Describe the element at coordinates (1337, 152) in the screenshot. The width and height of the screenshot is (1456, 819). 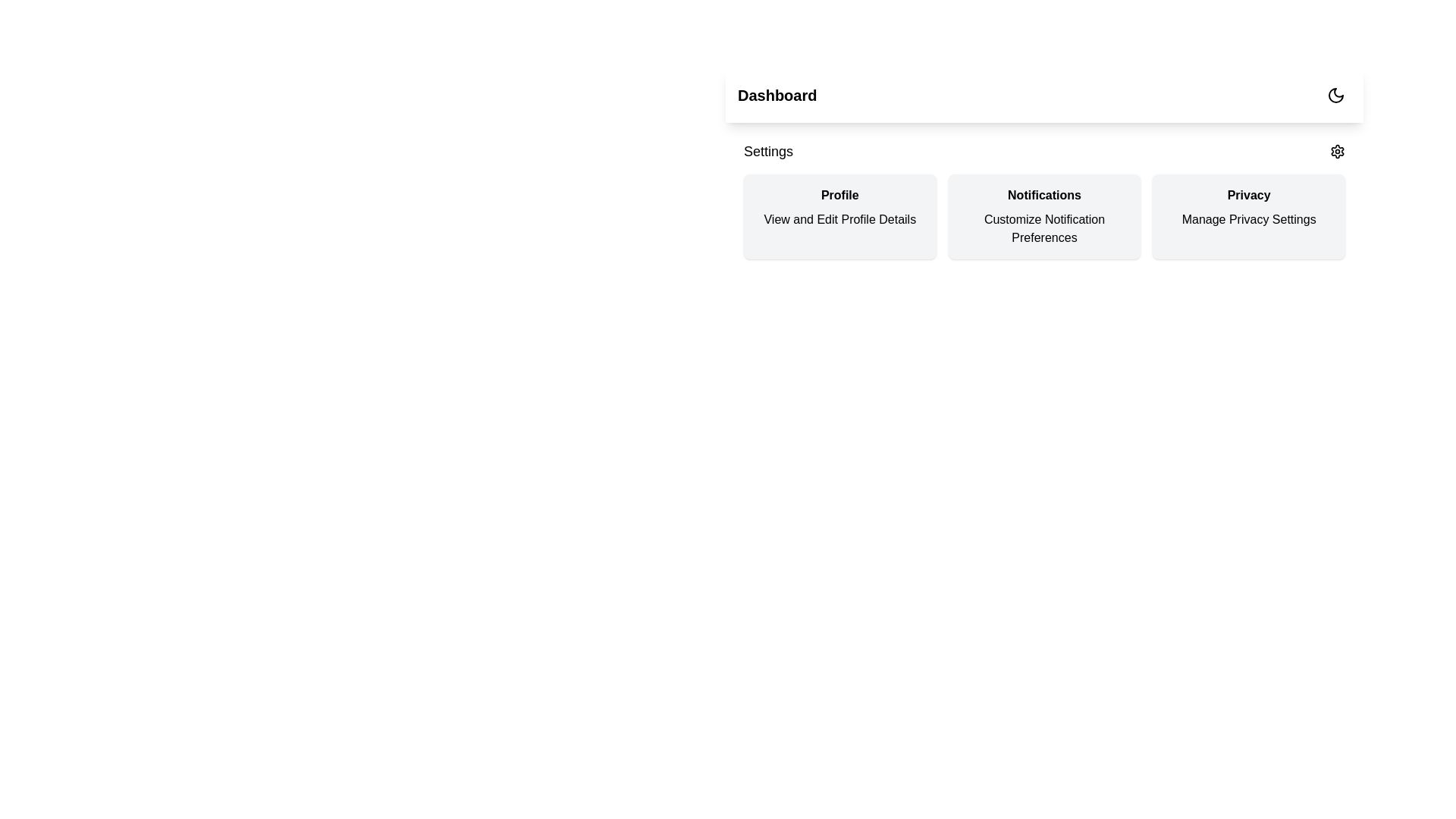
I see `the cogwheel icon in the top-right corner of the settings panel` at that location.